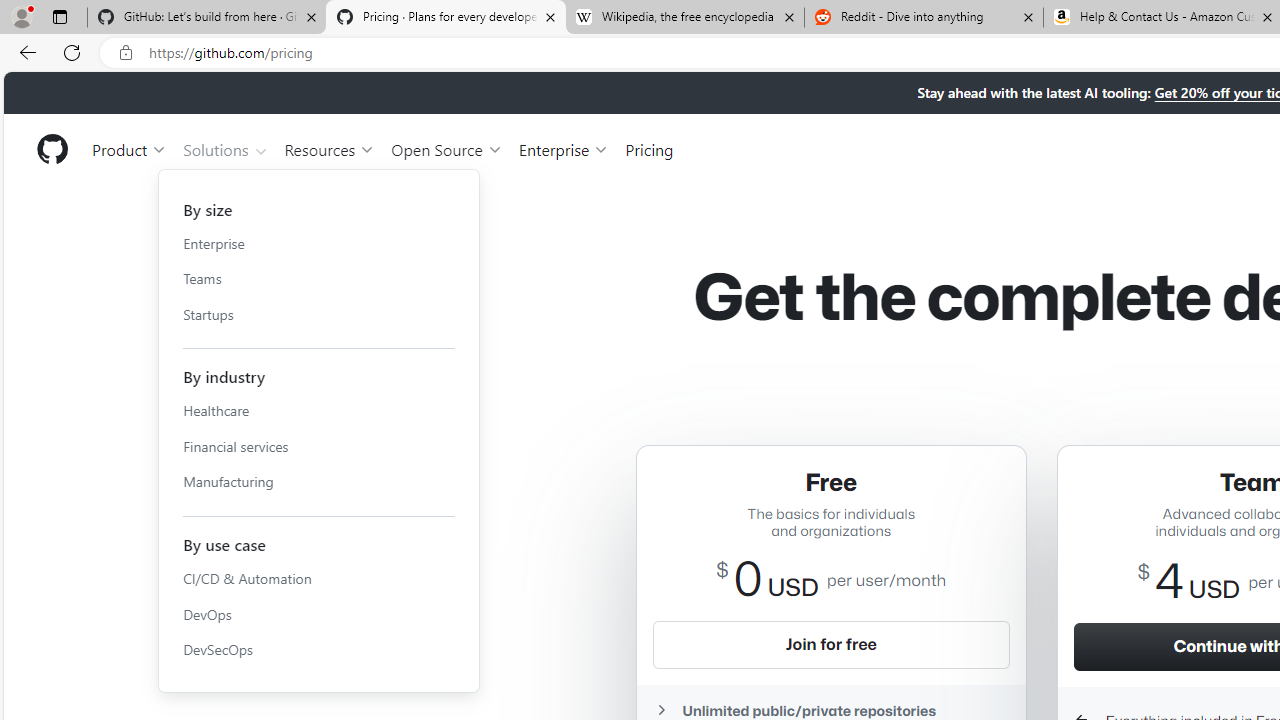  I want to click on 'CI/CD & Automation', so click(318, 578).